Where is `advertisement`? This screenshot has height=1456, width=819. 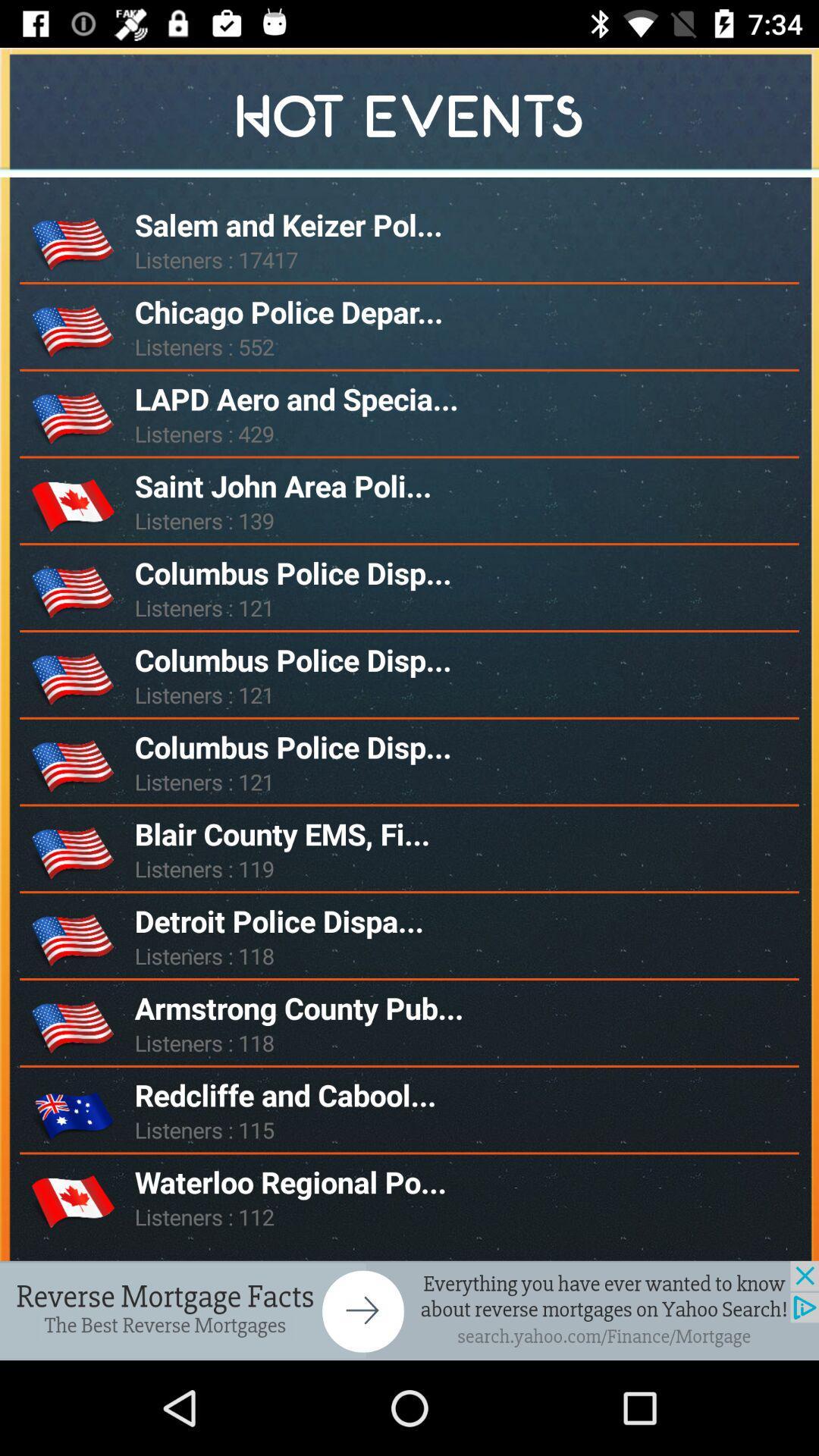 advertisement is located at coordinates (409, 1310).